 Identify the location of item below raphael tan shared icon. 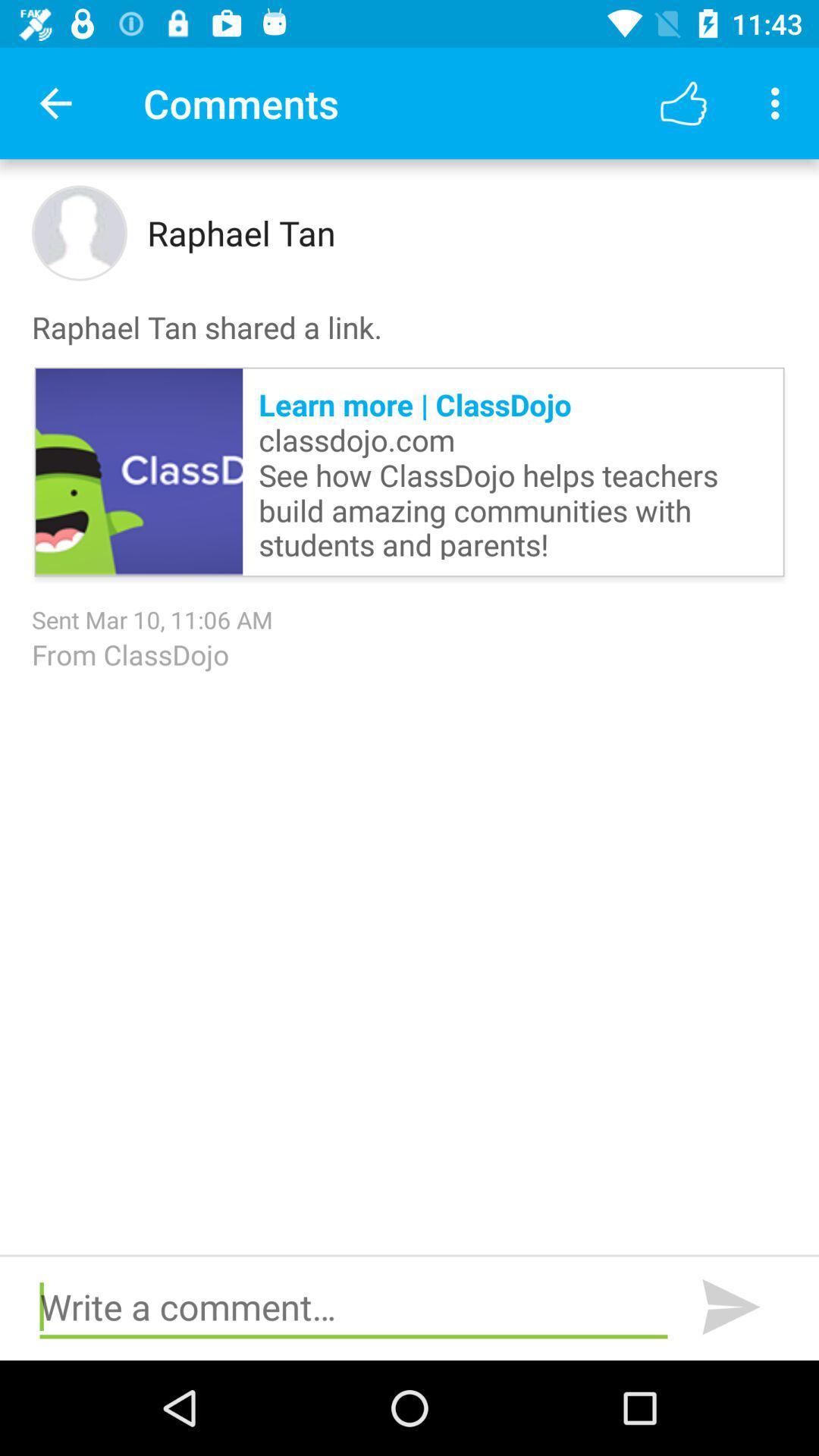
(139, 471).